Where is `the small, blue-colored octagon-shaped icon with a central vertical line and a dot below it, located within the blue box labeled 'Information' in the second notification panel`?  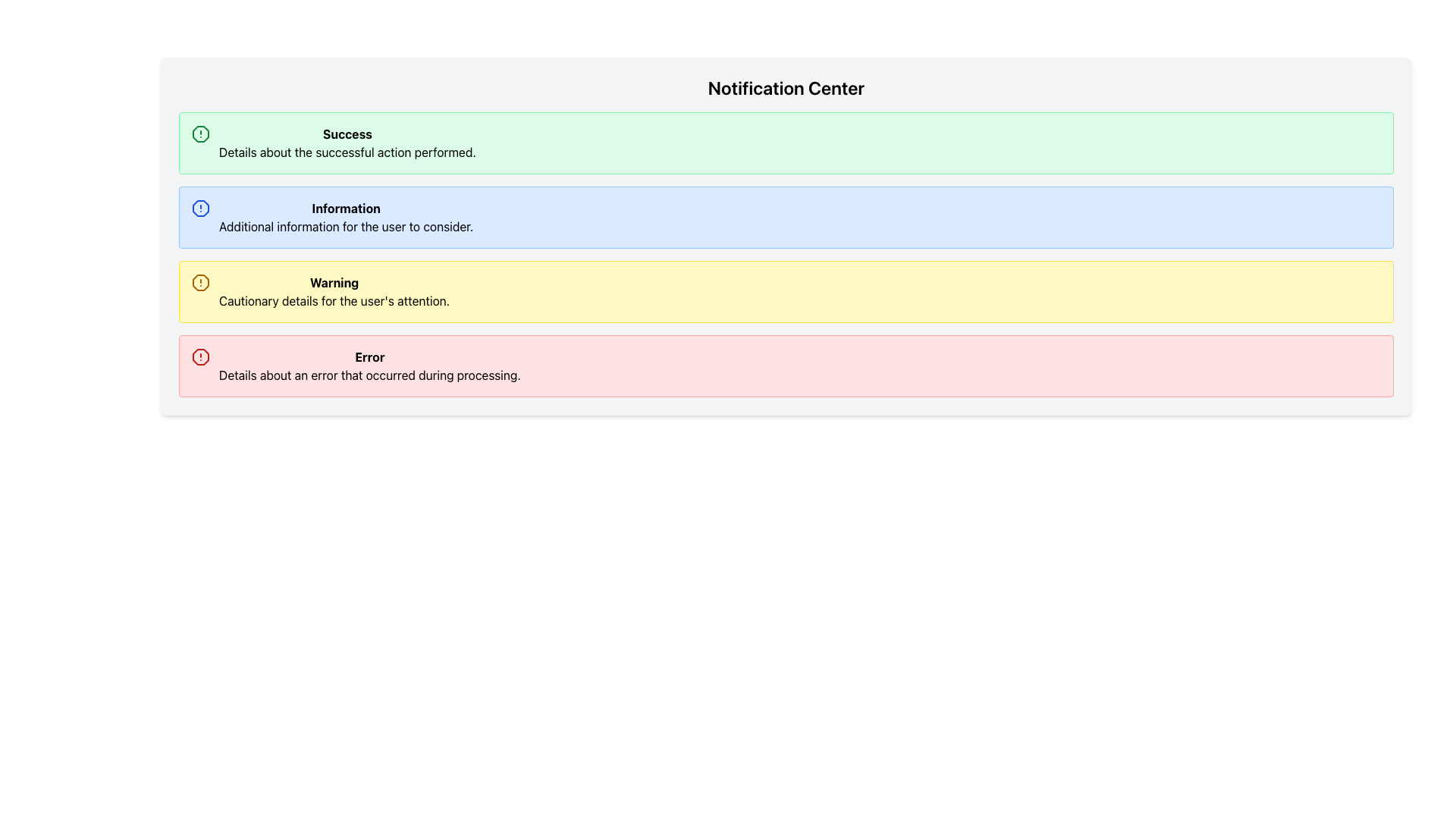 the small, blue-colored octagon-shaped icon with a central vertical line and a dot below it, located within the blue box labeled 'Information' in the second notification panel is located at coordinates (199, 208).